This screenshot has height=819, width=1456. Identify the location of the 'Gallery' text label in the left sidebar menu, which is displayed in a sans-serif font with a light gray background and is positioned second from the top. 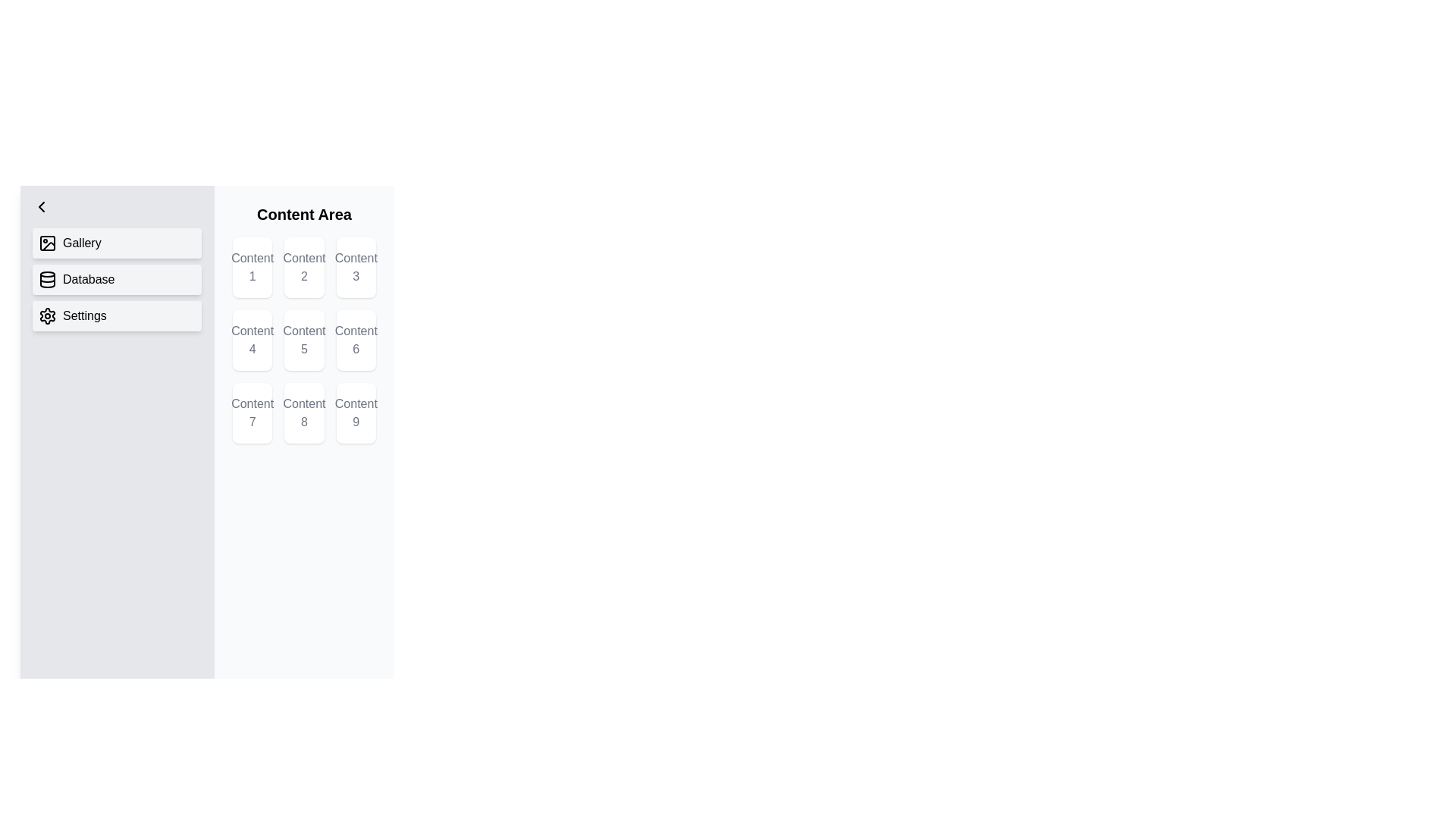
(81, 242).